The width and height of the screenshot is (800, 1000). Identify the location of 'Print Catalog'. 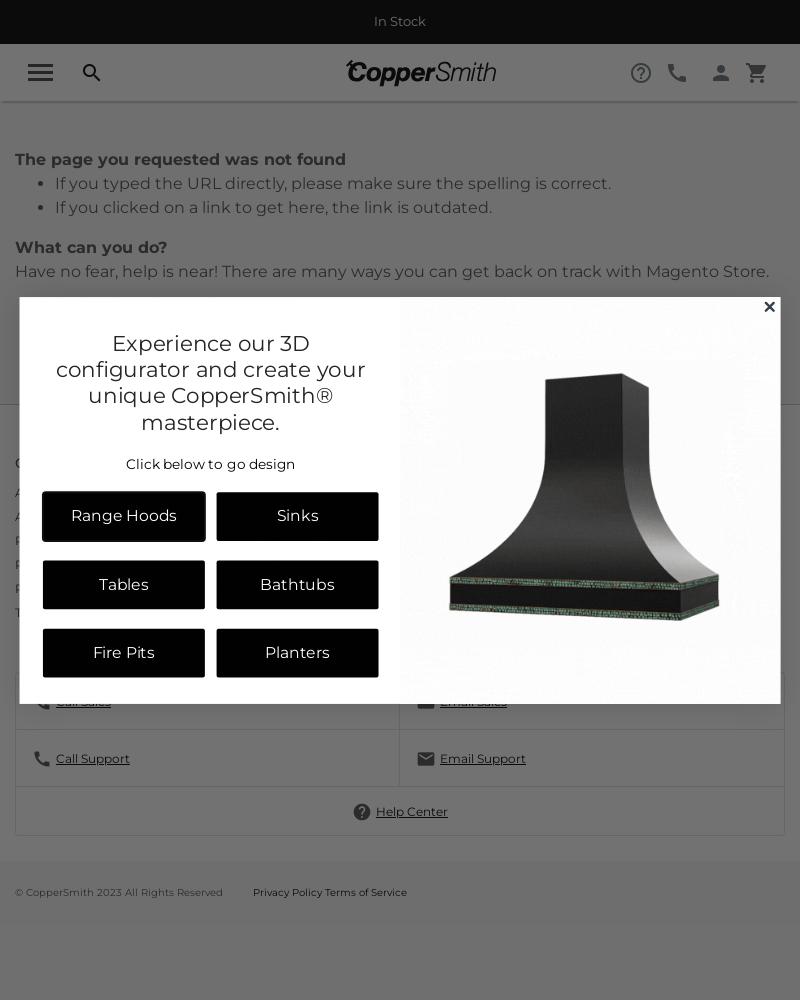
(253, 610).